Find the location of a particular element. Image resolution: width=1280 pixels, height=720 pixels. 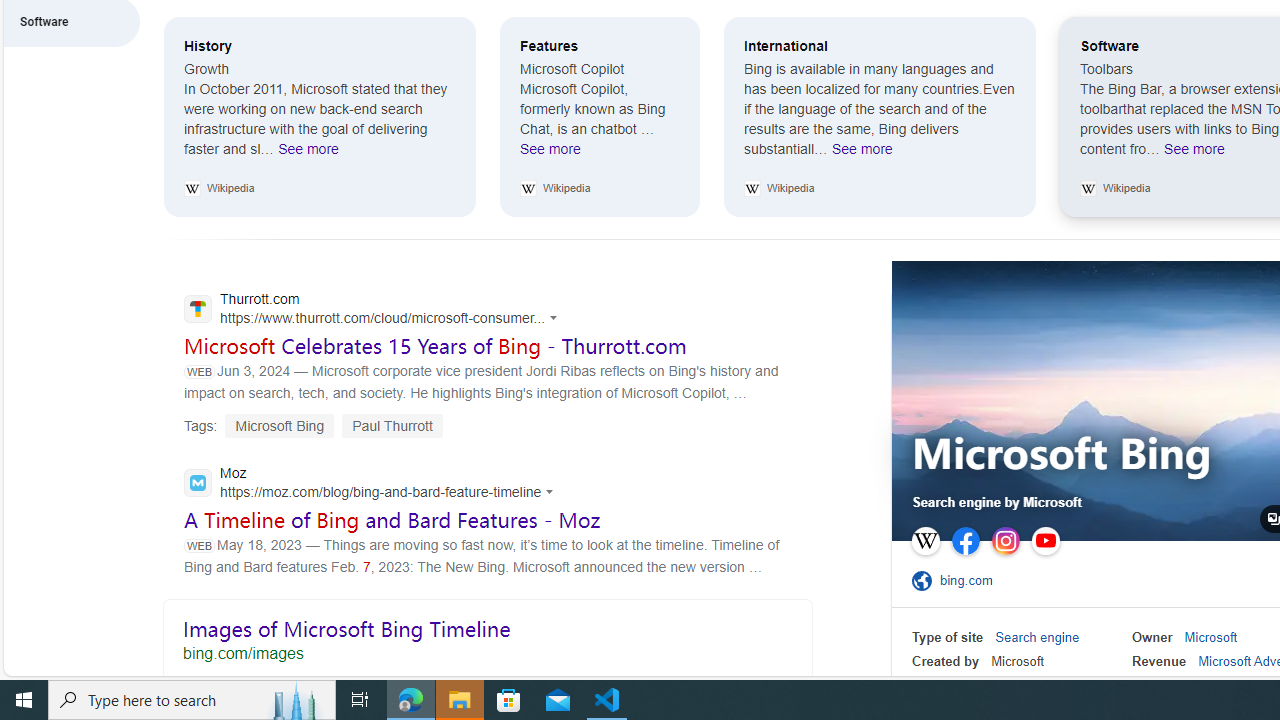

'Type of site' is located at coordinates (946, 637).